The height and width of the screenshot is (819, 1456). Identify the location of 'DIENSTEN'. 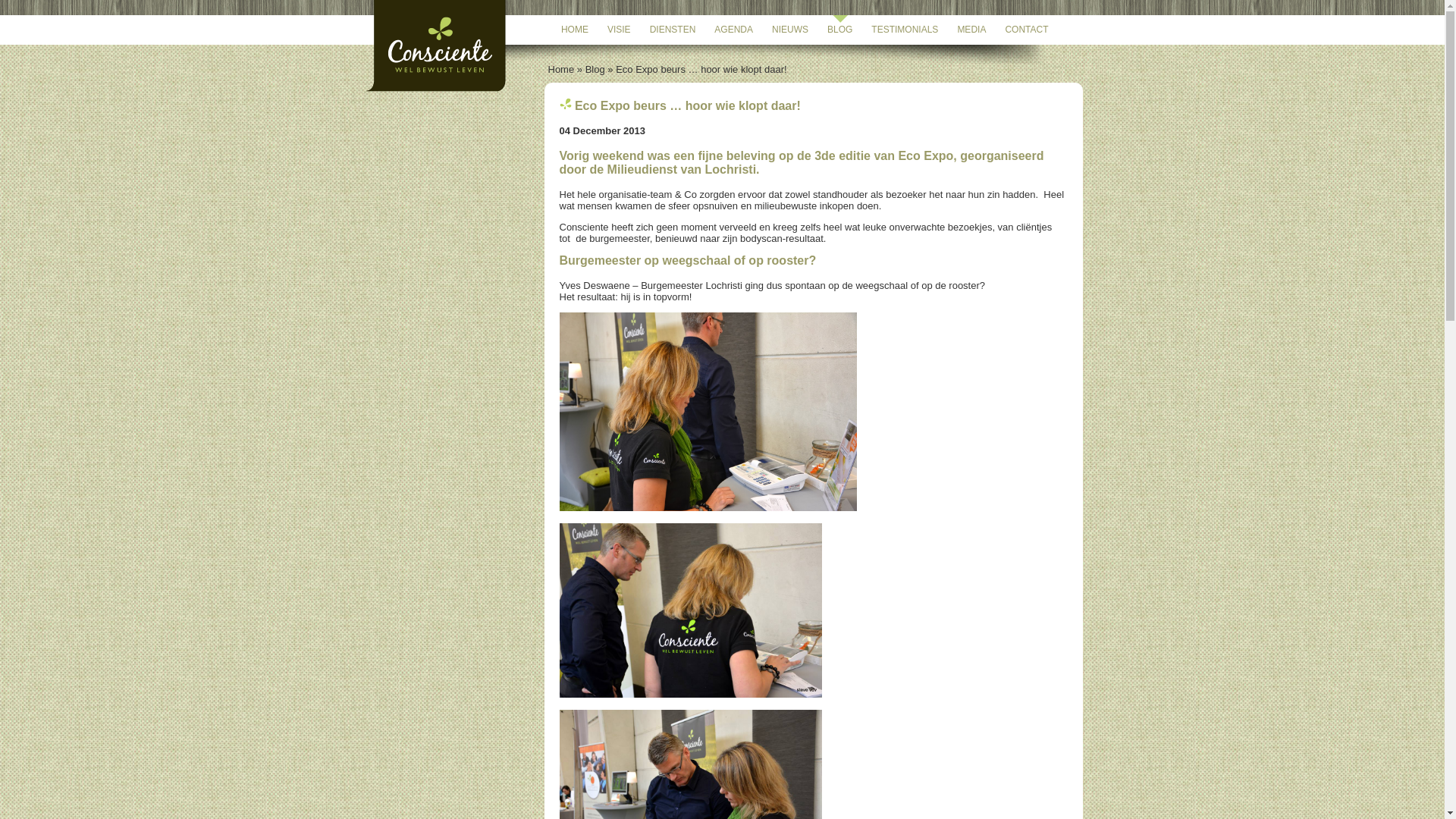
(672, 30).